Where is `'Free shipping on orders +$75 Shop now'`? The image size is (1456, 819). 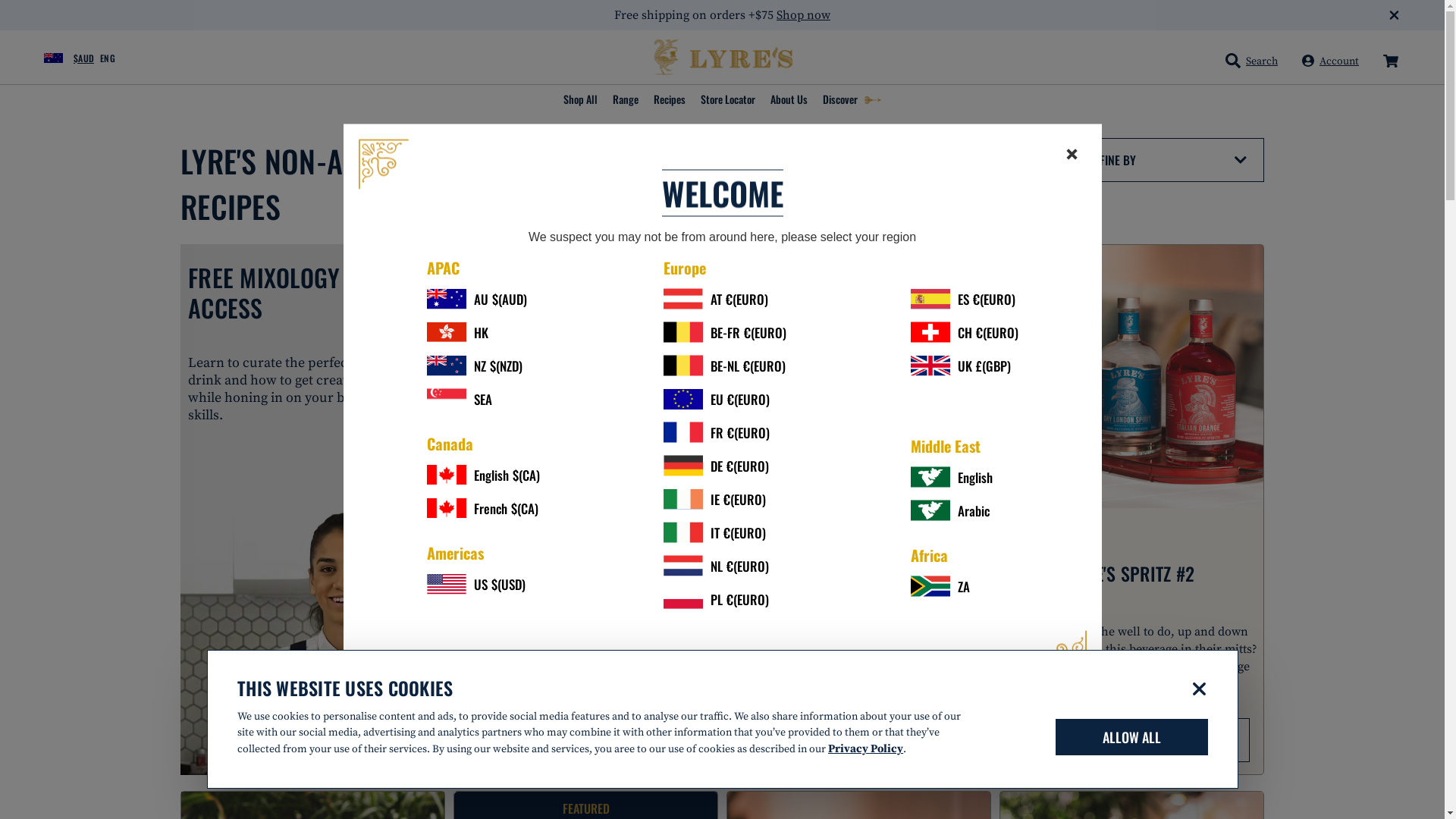
'Free shipping on orders +$75 Shop now' is located at coordinates (721, 14).